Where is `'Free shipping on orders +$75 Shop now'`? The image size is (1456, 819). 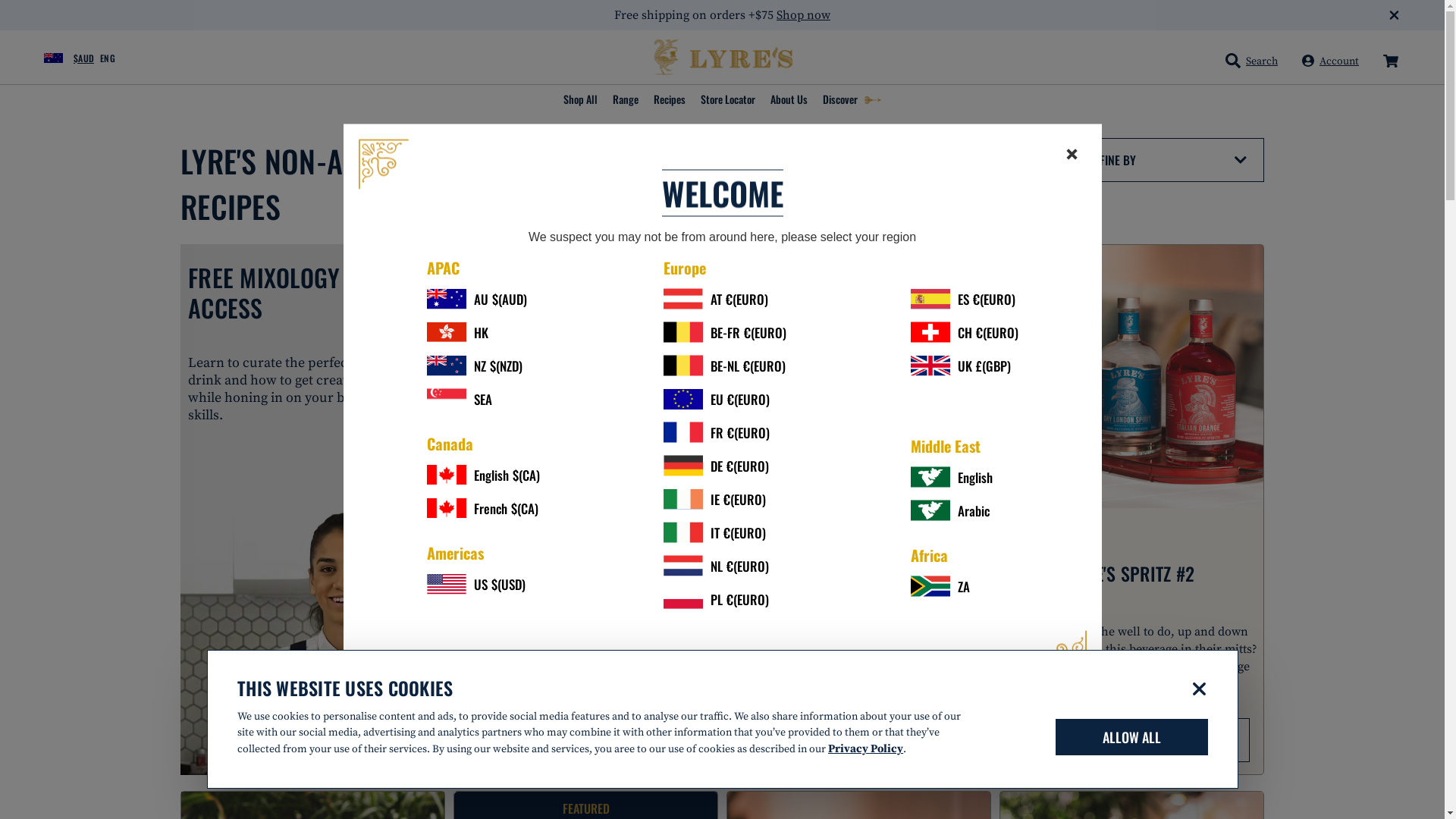
'Free shipping on orders +$75 Shop now' is located at coordinates (721, 14).